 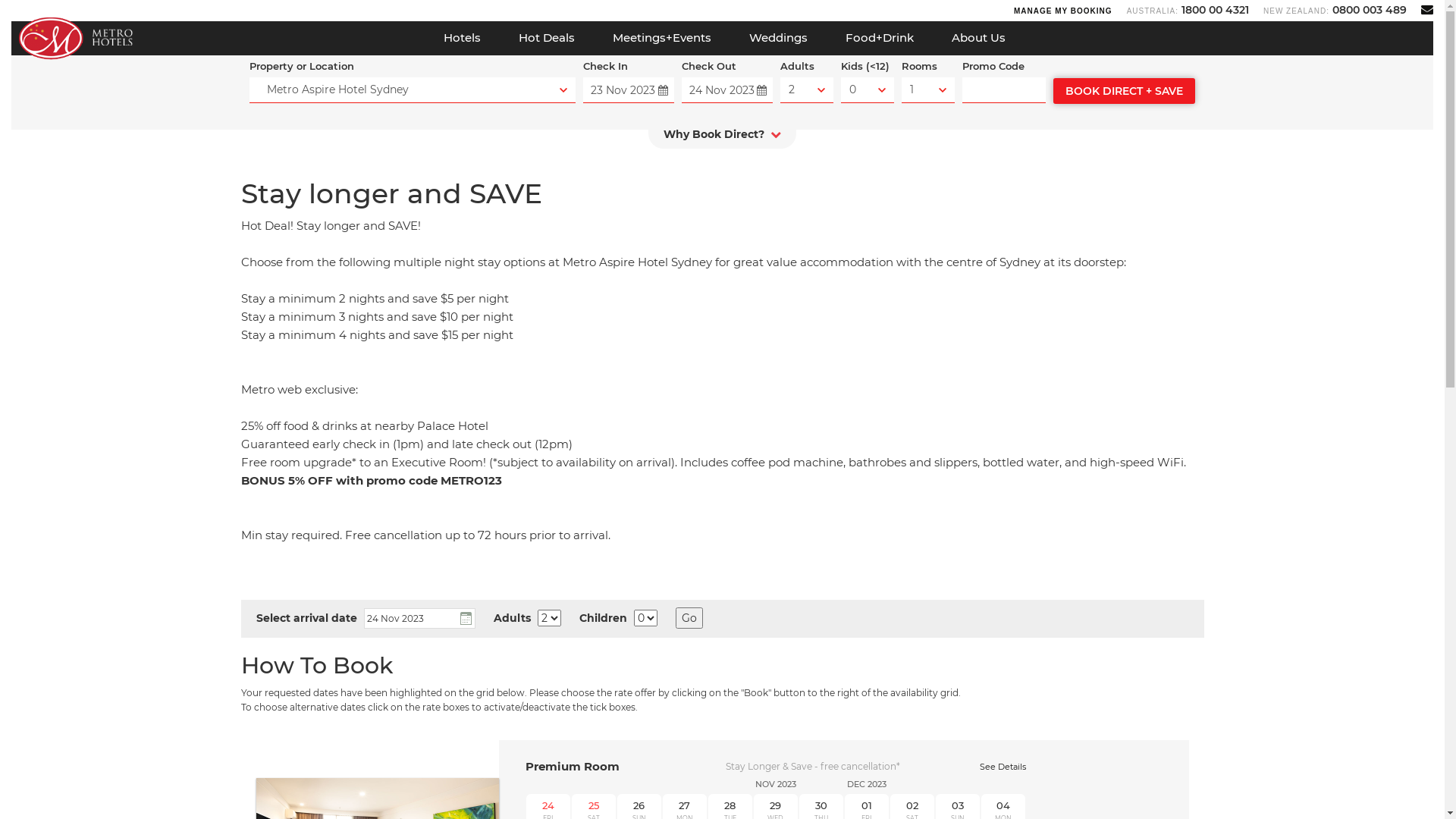 I want to click on 'Go', so click(x=687, y=617).